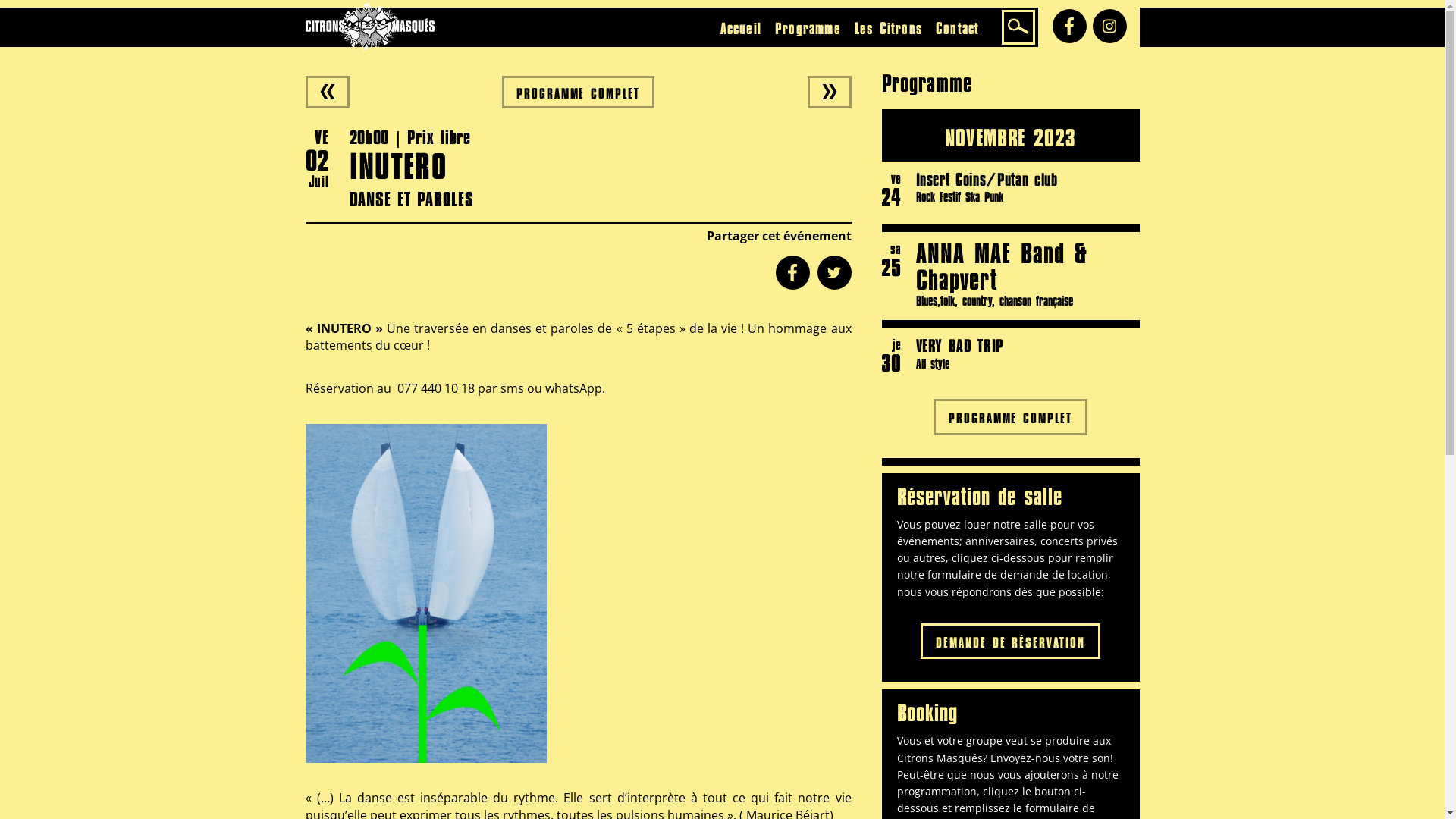  I want to click on 'Programme', so click(807, 28).